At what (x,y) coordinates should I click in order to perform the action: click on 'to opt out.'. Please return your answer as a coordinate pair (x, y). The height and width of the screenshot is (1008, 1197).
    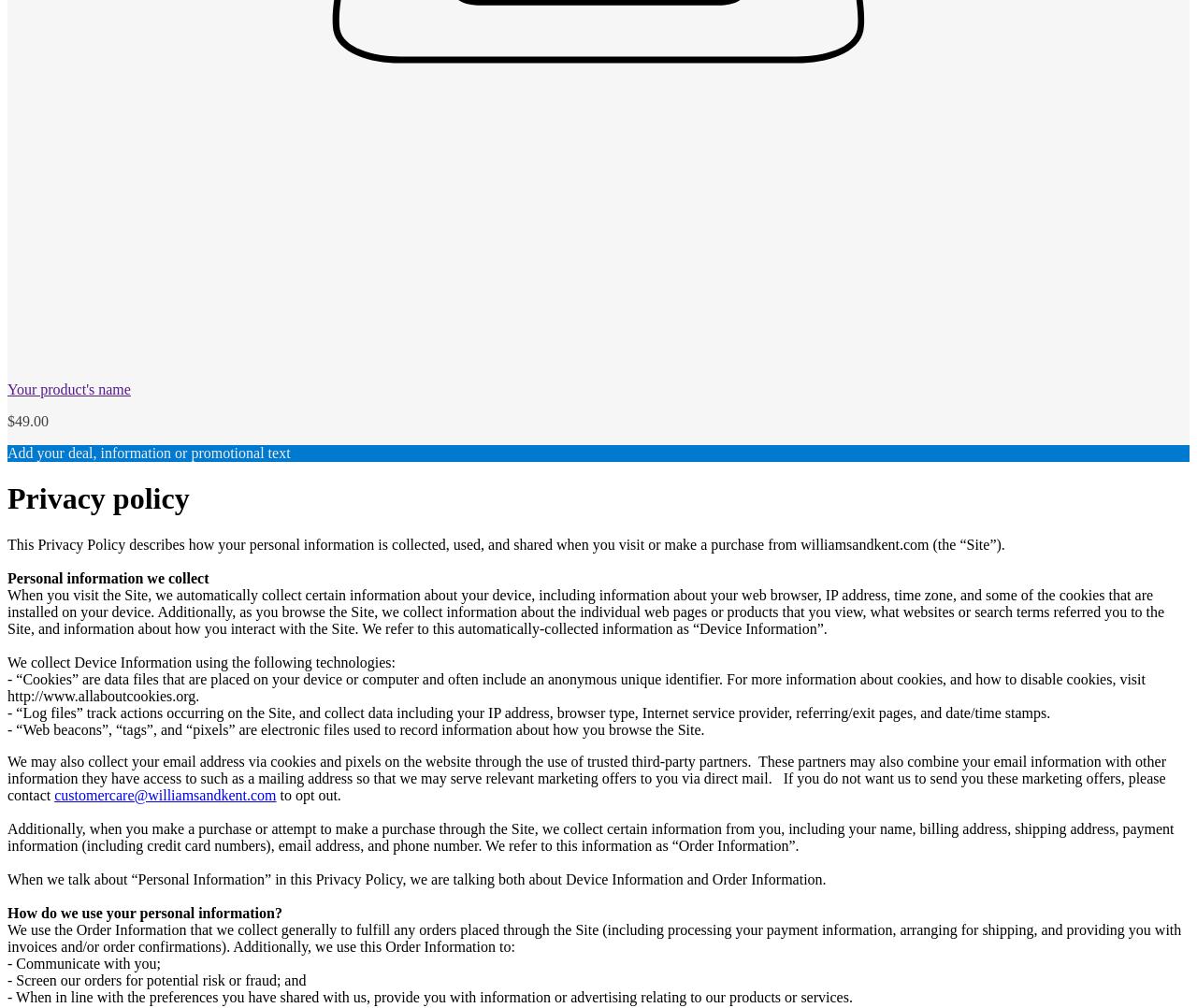
    Looking at the image, I should click on (308, 793).